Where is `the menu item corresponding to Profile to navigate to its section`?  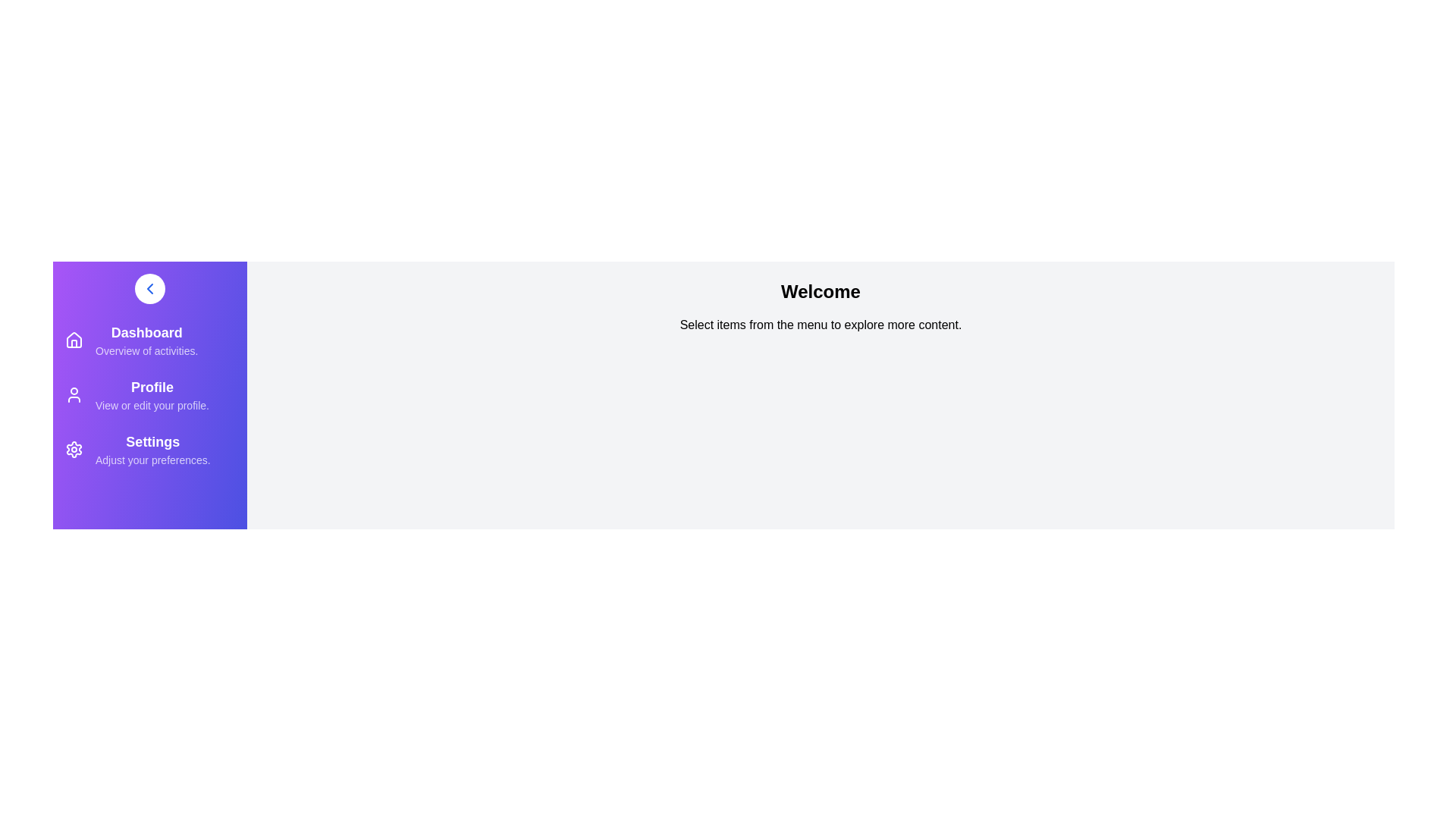 the menu item corresponding to Profile to navigate to its section is located at coordinates (149, 394).